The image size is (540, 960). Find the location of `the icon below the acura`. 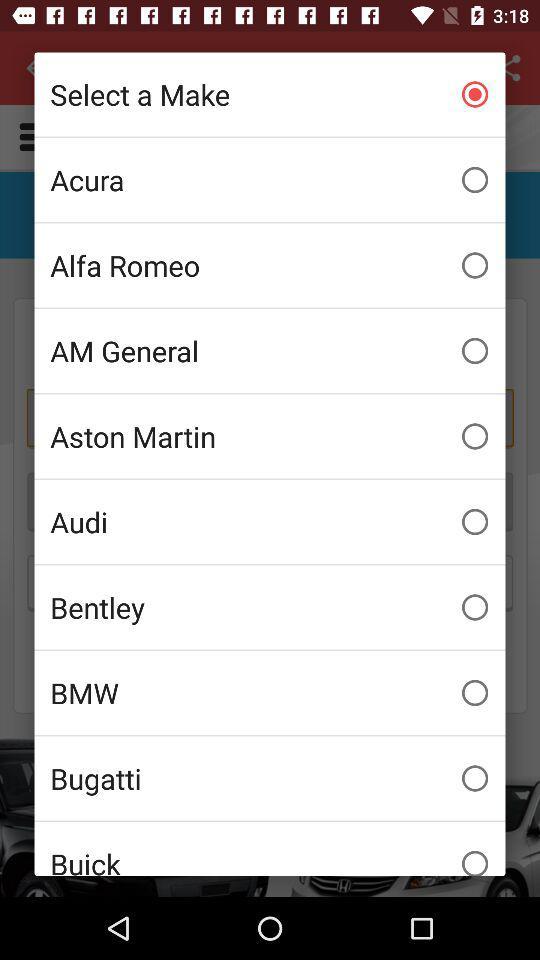

the icon below the acura is located at coordinates (270, 264).